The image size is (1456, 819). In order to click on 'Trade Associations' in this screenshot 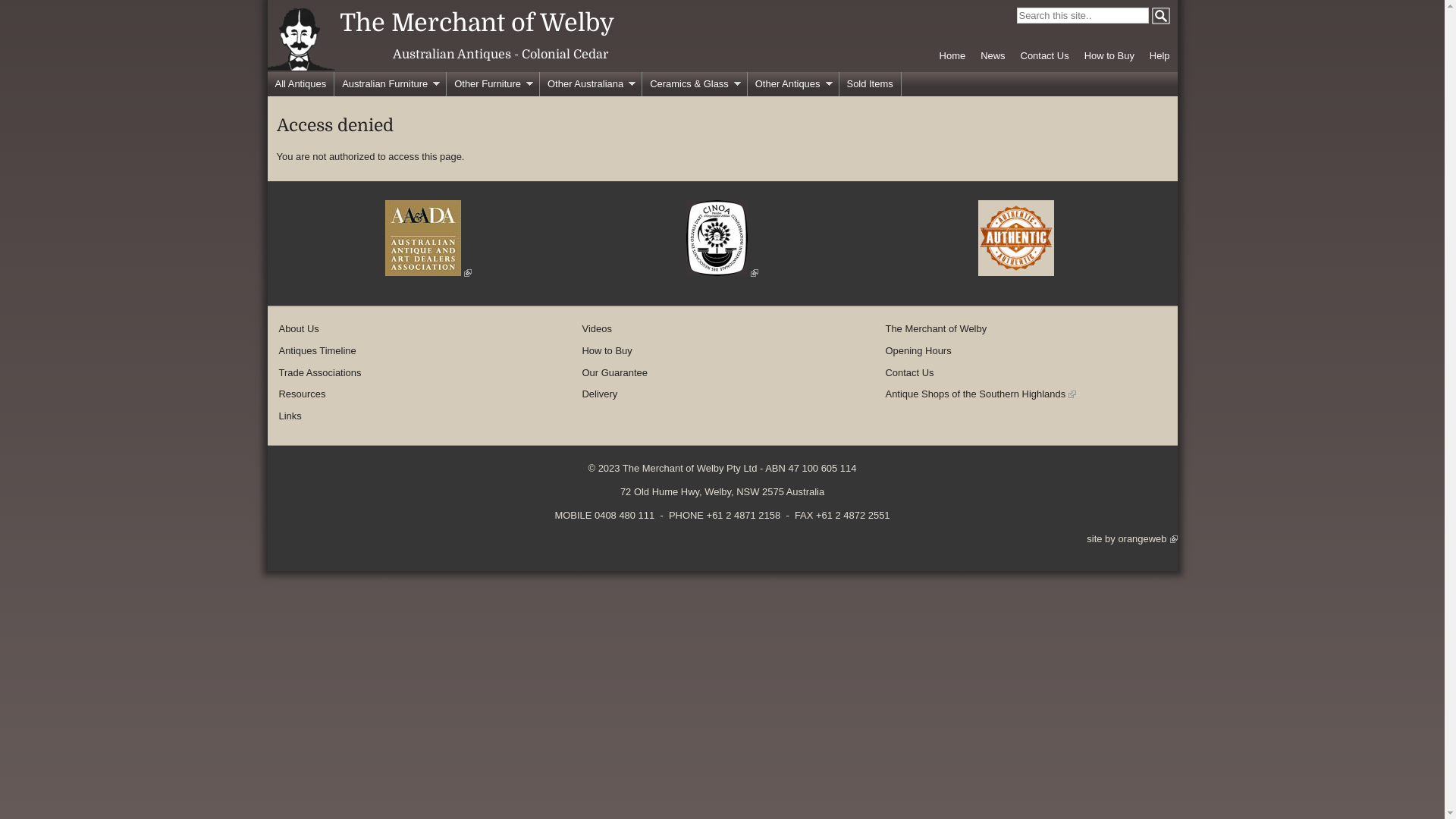, I will do `click(279, 372)`.